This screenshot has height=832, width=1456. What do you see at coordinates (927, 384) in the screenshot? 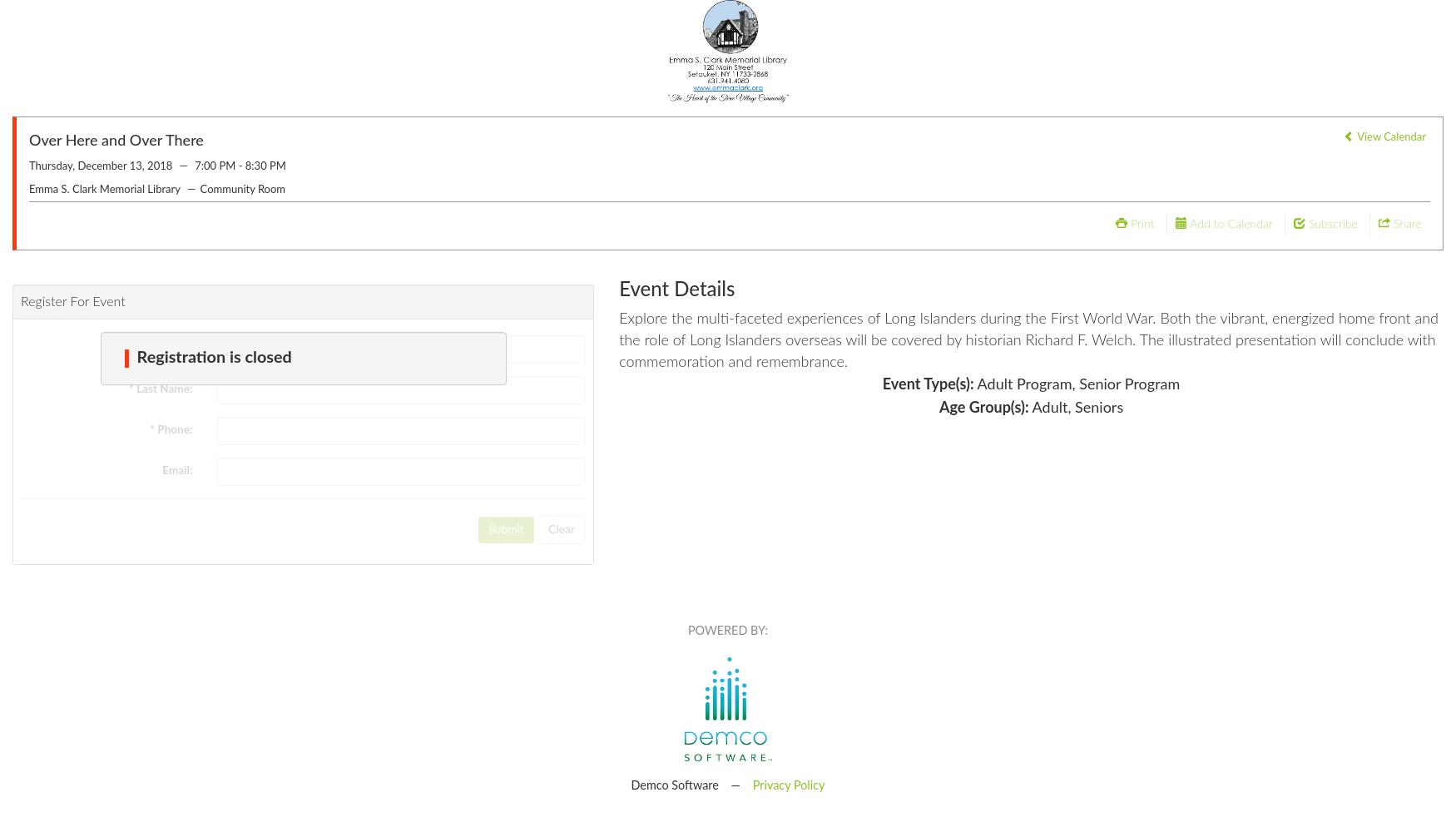
I see `'Event Type(s):'` at bounding box center [927, 384].